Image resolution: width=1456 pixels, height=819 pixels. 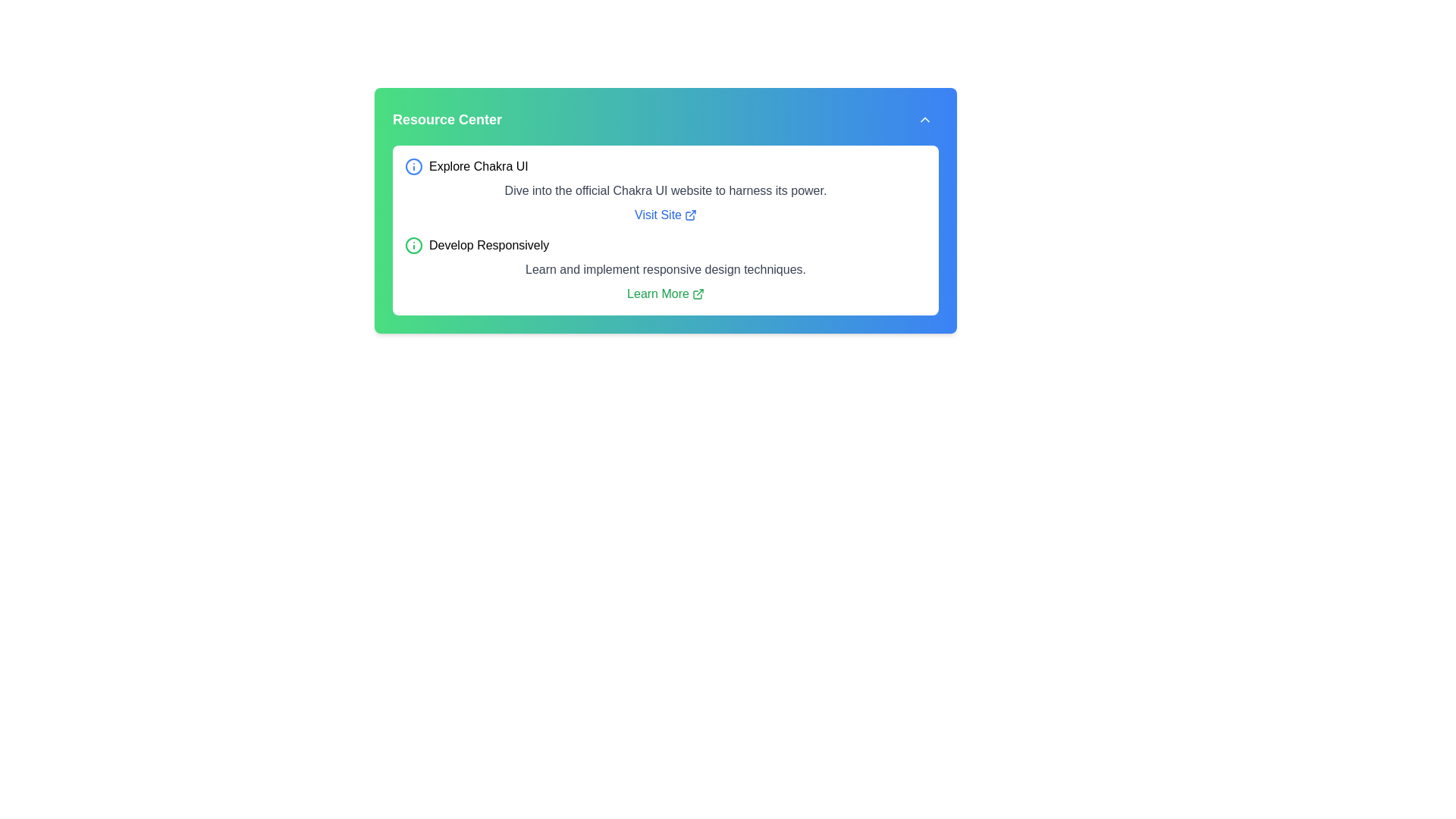 I want to click on the static text label displaying 'Develop Responsively', which is located under the 'Explore Chakra UI' section in the 'Resource Center' interface, so click(x=489, y=245).